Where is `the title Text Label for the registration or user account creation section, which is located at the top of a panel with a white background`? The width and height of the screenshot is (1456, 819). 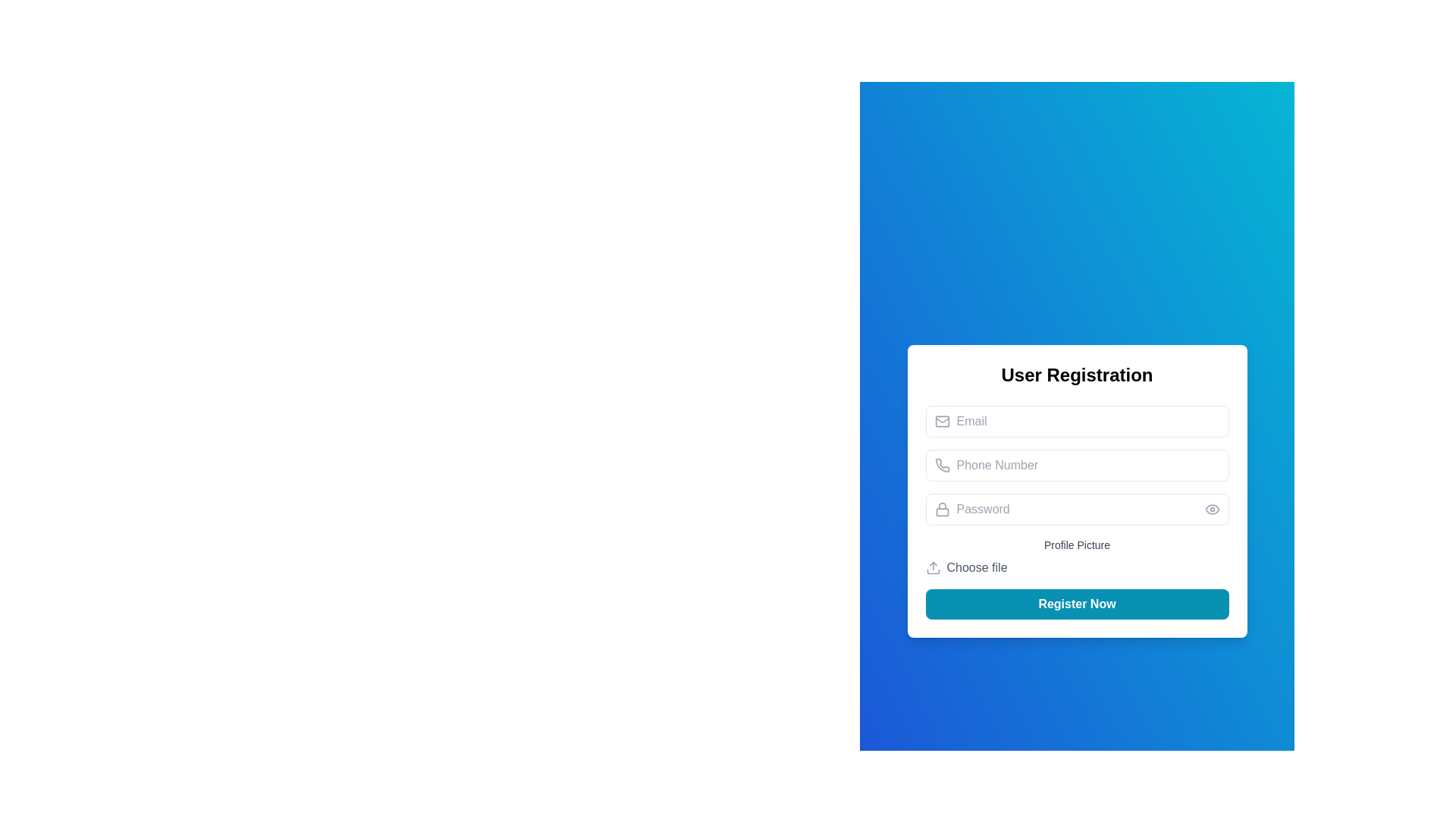
the title Text Label for the registration or user account creation section, which is located at the top of a panel with a white background is located at coordinates (1076, 375).